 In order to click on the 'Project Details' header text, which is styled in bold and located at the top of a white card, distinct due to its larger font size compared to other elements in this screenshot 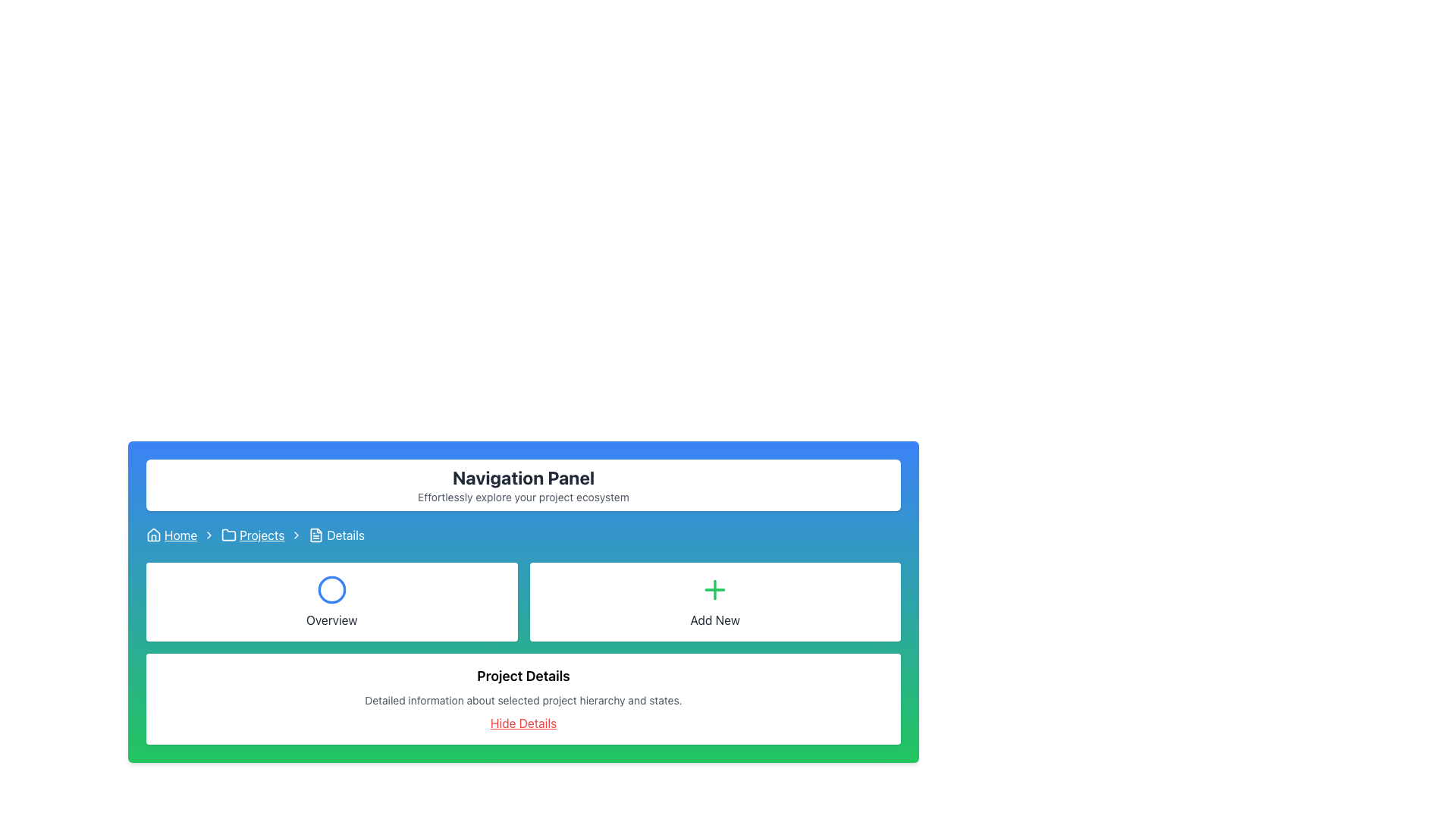, I will do `click(523, 675)`.